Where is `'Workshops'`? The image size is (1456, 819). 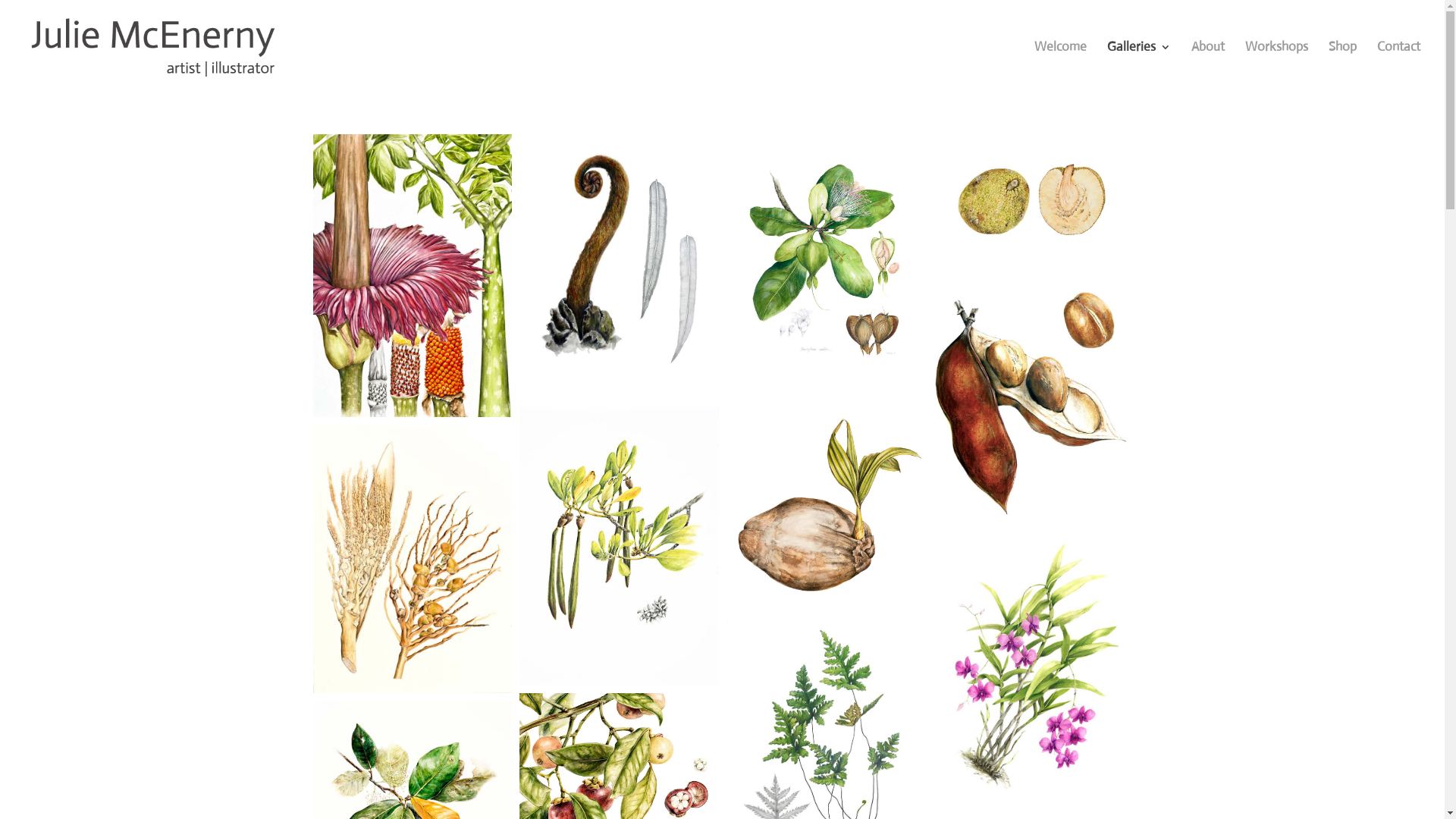 'Workshops' is located at coordinates (1244, 67).